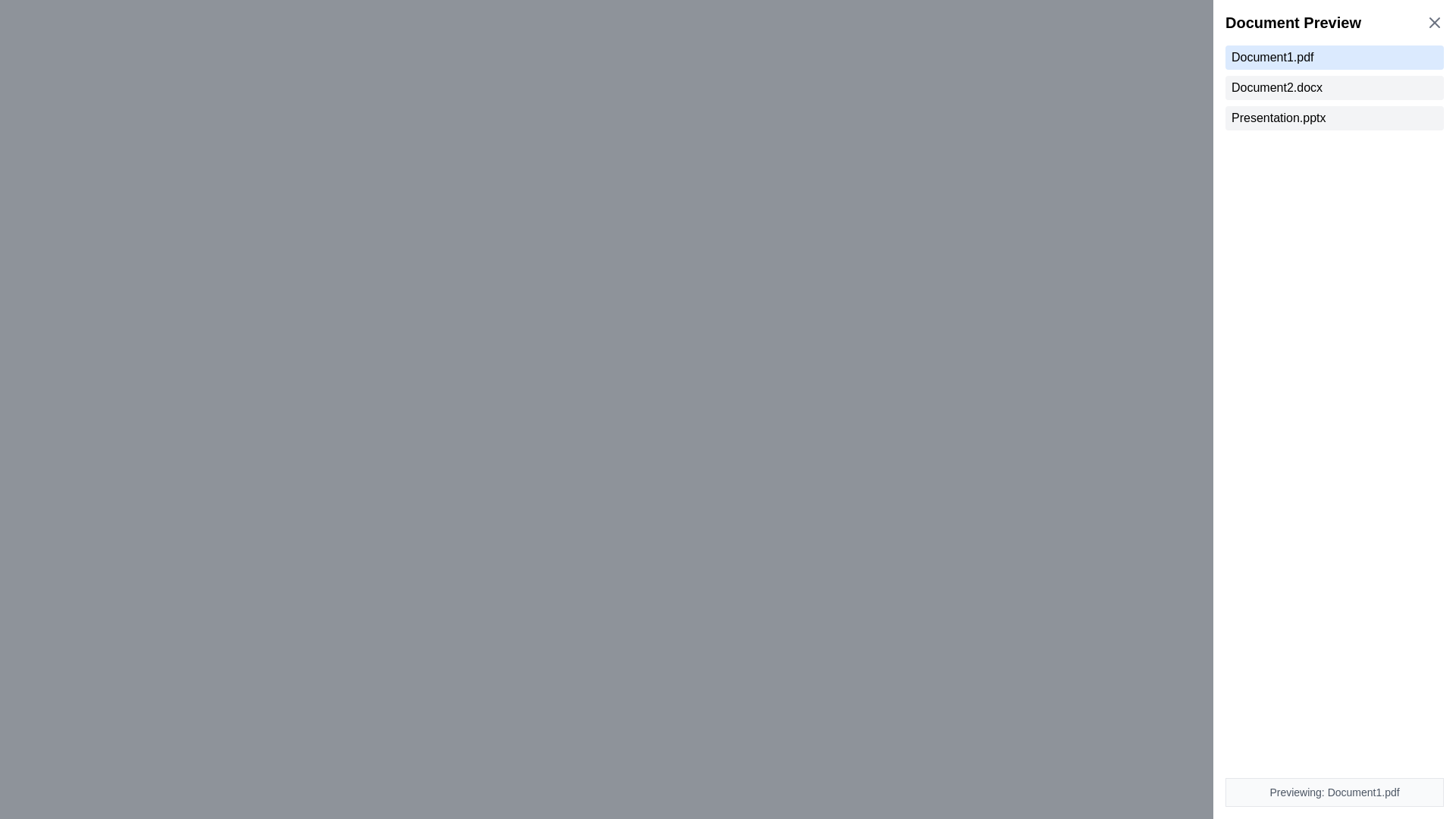  What do you see at coordinates (1433, 23) in the screenshot?
I see `the 'X' icon located at the top right corner of the interface, above the 'Document Preview' heading` at bounding box center [1433, 23].